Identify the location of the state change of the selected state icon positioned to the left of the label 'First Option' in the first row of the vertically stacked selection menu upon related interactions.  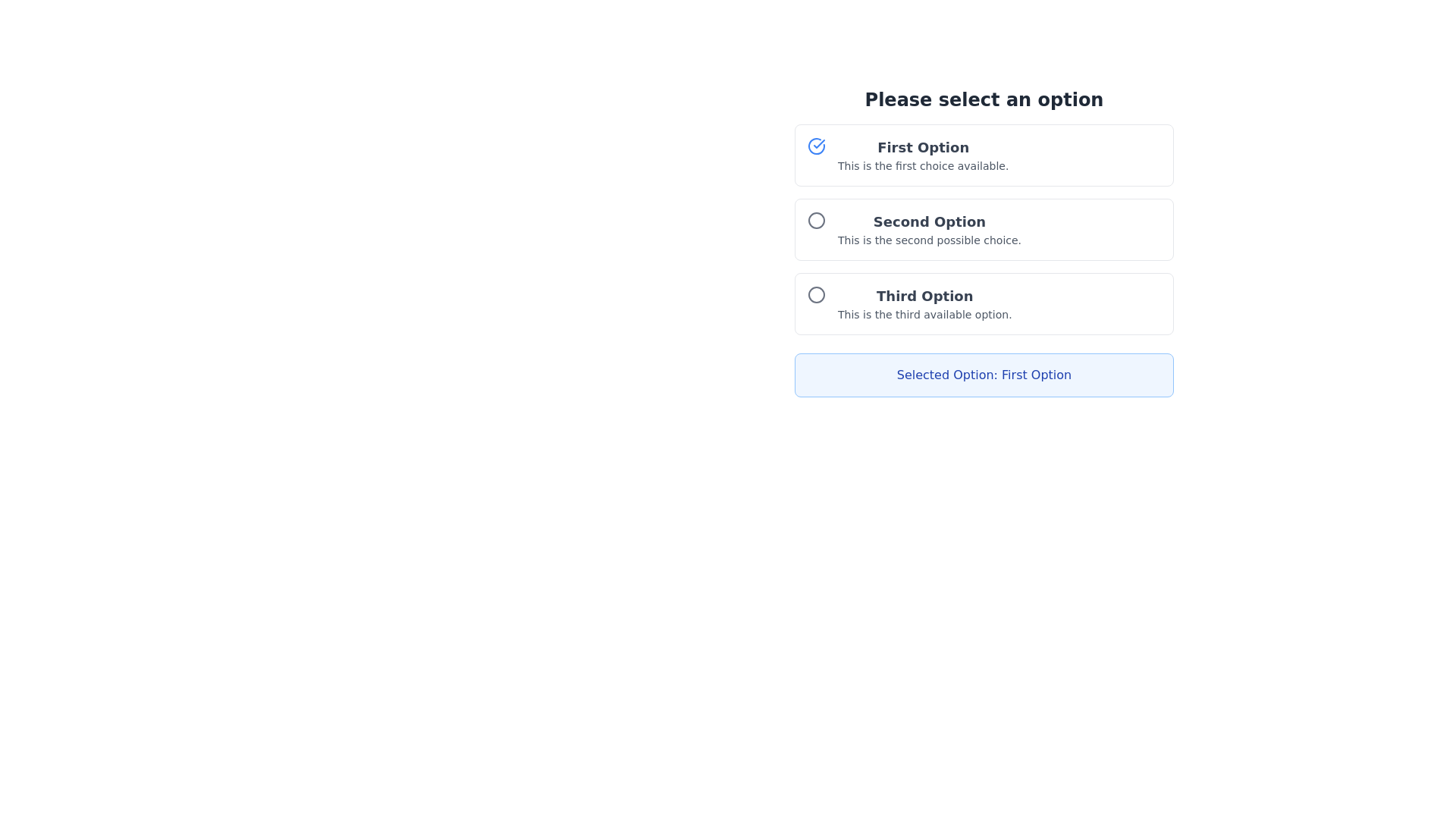
(815, 155).